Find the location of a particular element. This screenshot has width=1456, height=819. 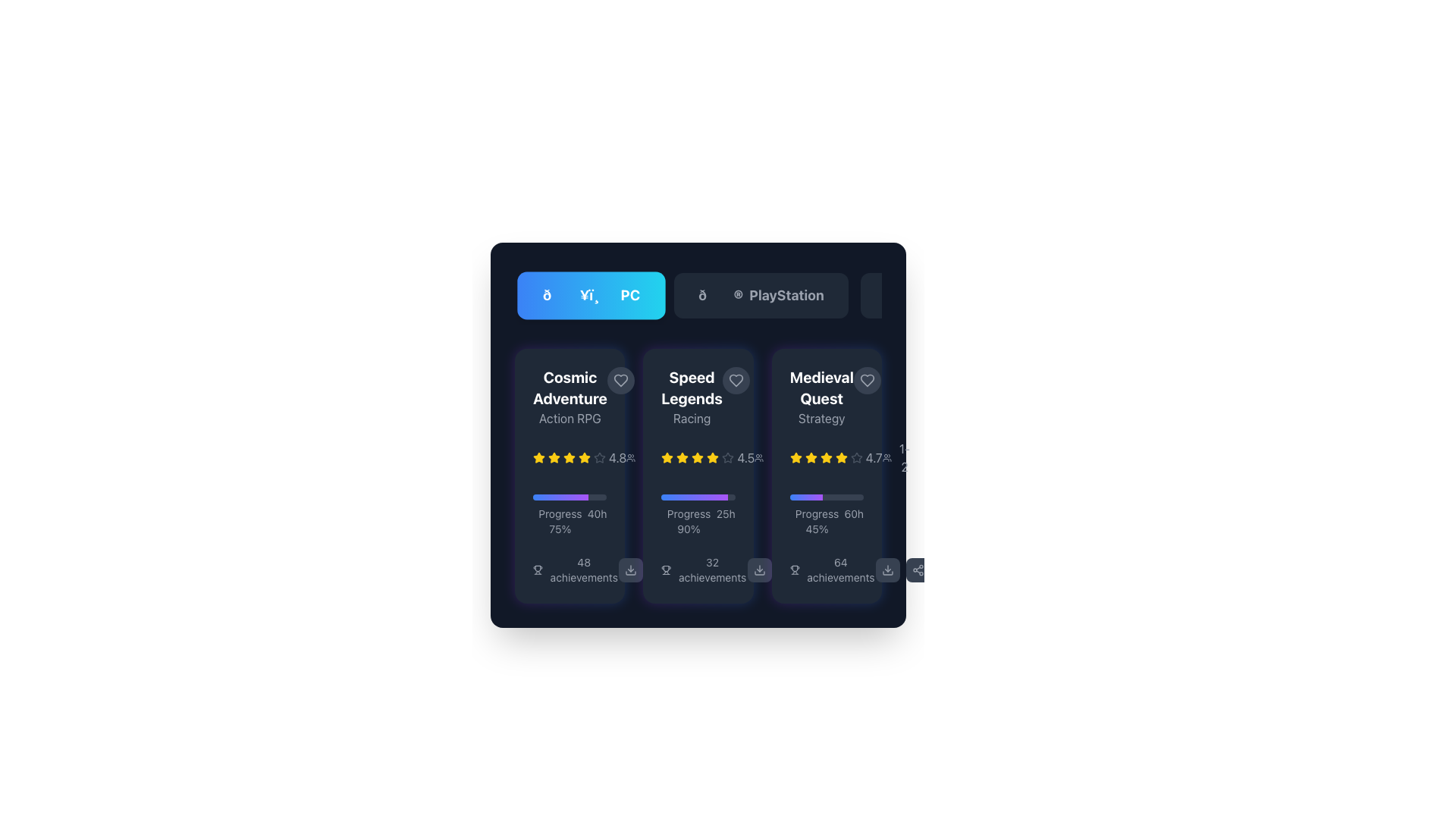

the informative display element featuring a gray user icon and the text '1-8' located in the bottom-right corner of the card-like structure is located at coordinates (769, 457).